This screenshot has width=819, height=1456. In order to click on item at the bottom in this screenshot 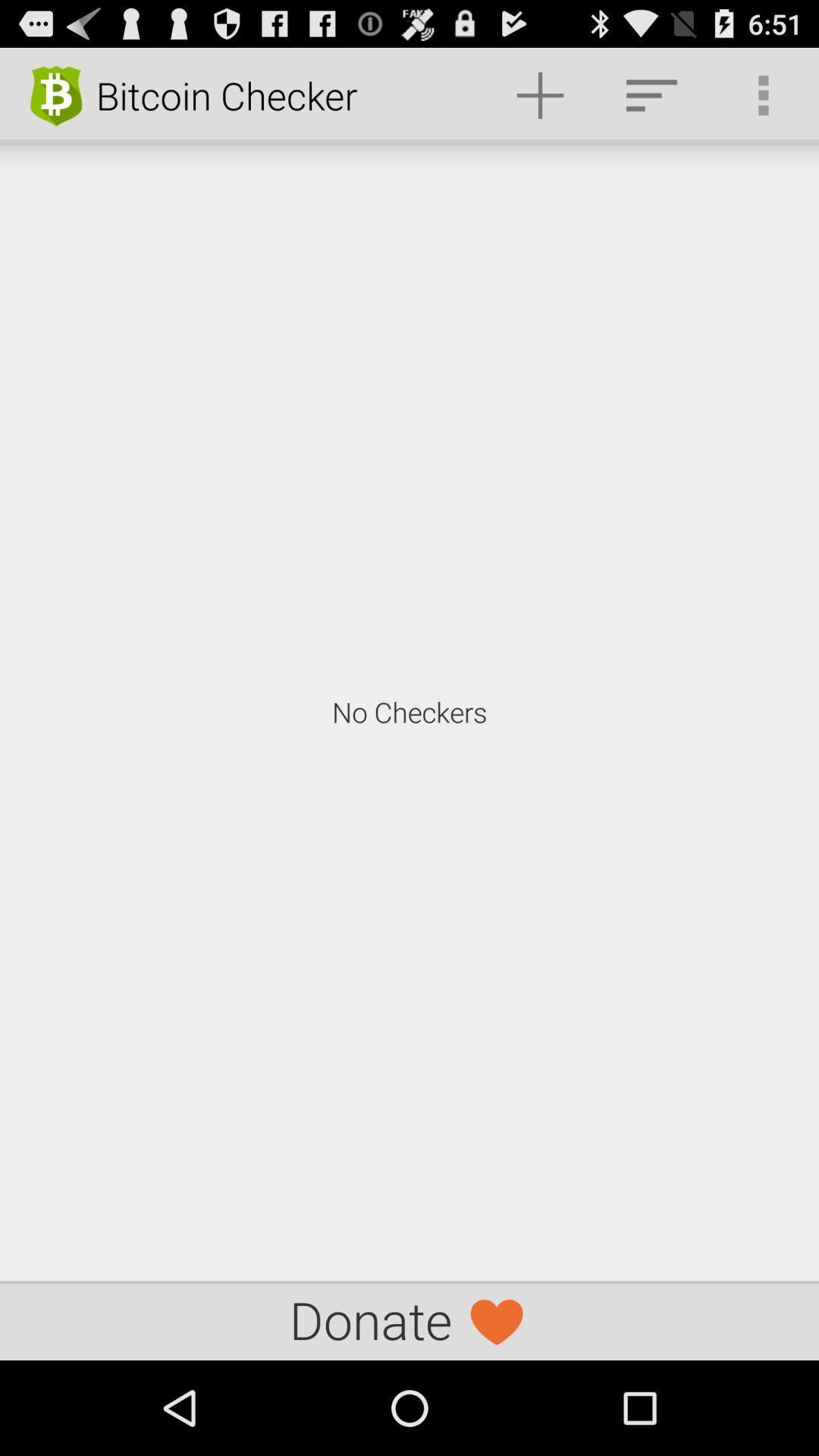, I will do `click(409, 1319)`.